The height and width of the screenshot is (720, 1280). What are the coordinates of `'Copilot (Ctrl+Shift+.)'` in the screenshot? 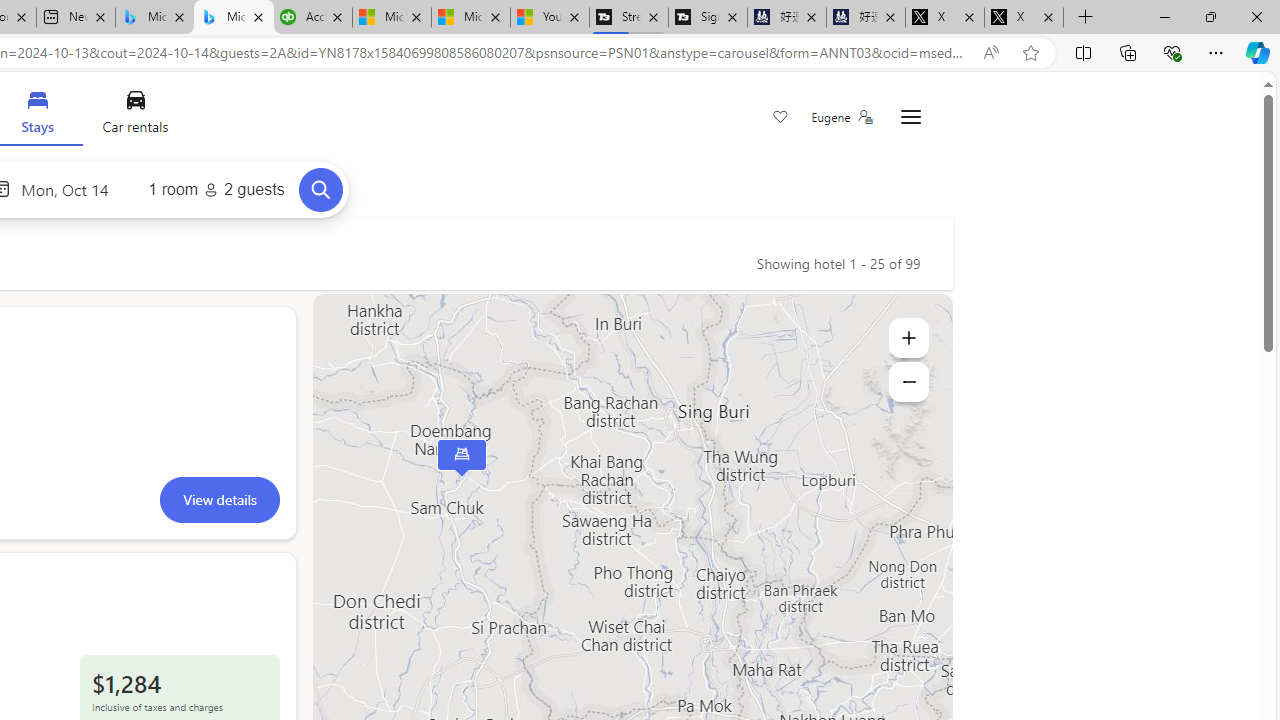 It's located at (1257, 51).